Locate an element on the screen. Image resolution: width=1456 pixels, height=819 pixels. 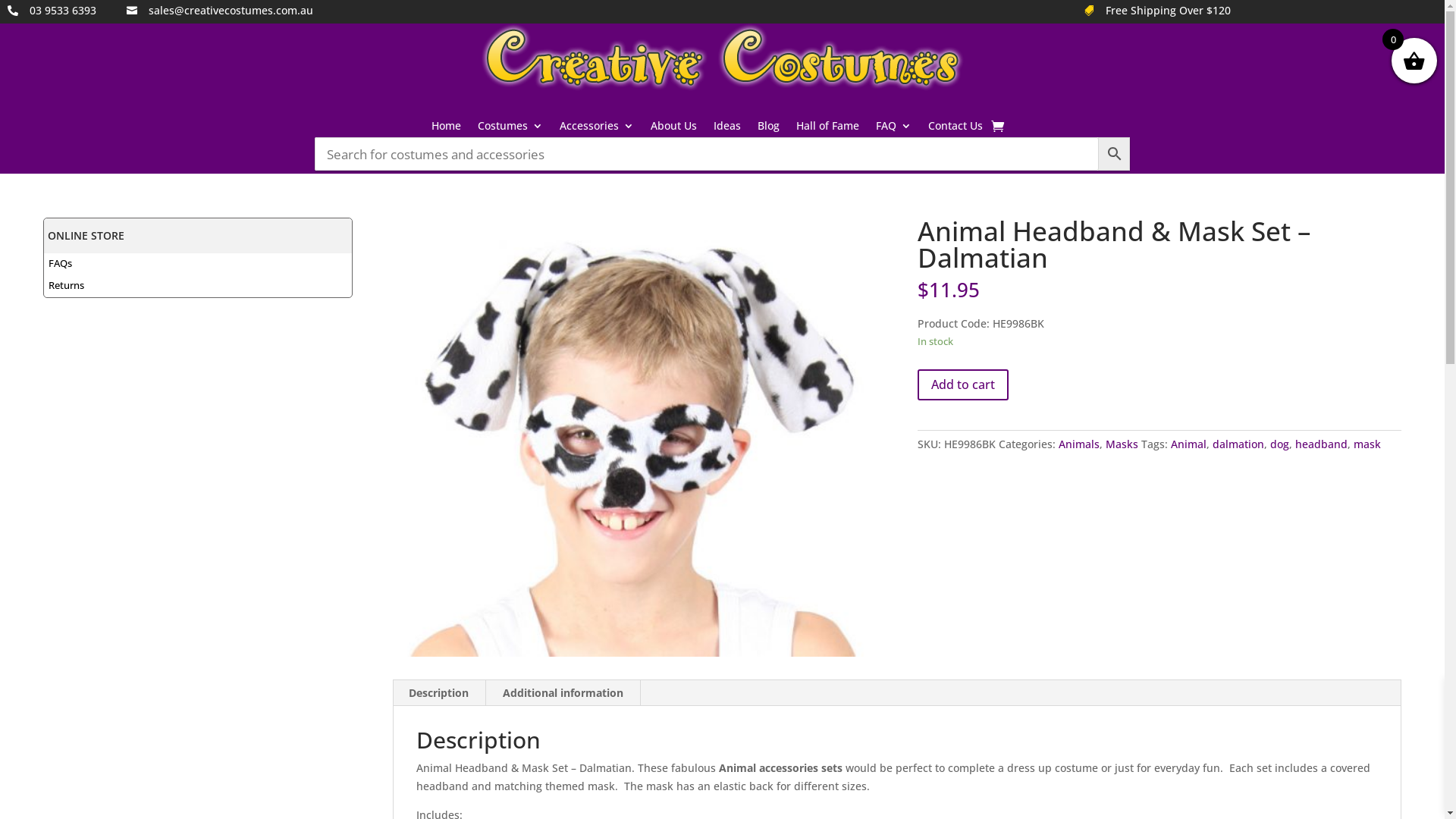
'Description' is located at coordinates (438, 693).